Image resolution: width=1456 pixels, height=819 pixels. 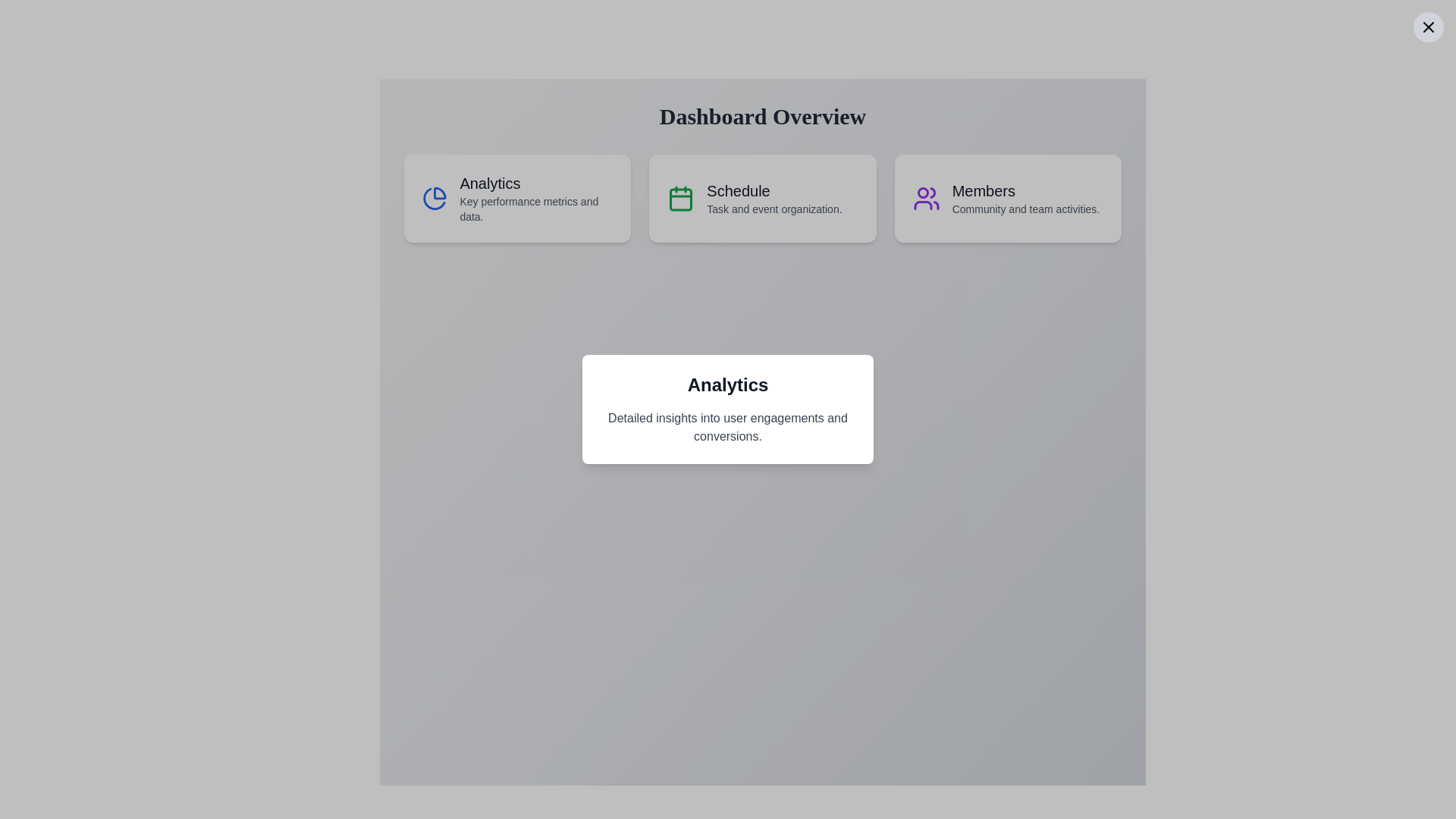 I want to click on the calendar icon located in the top row of the Dashboard Overview menu, so click(x=680, y=199).